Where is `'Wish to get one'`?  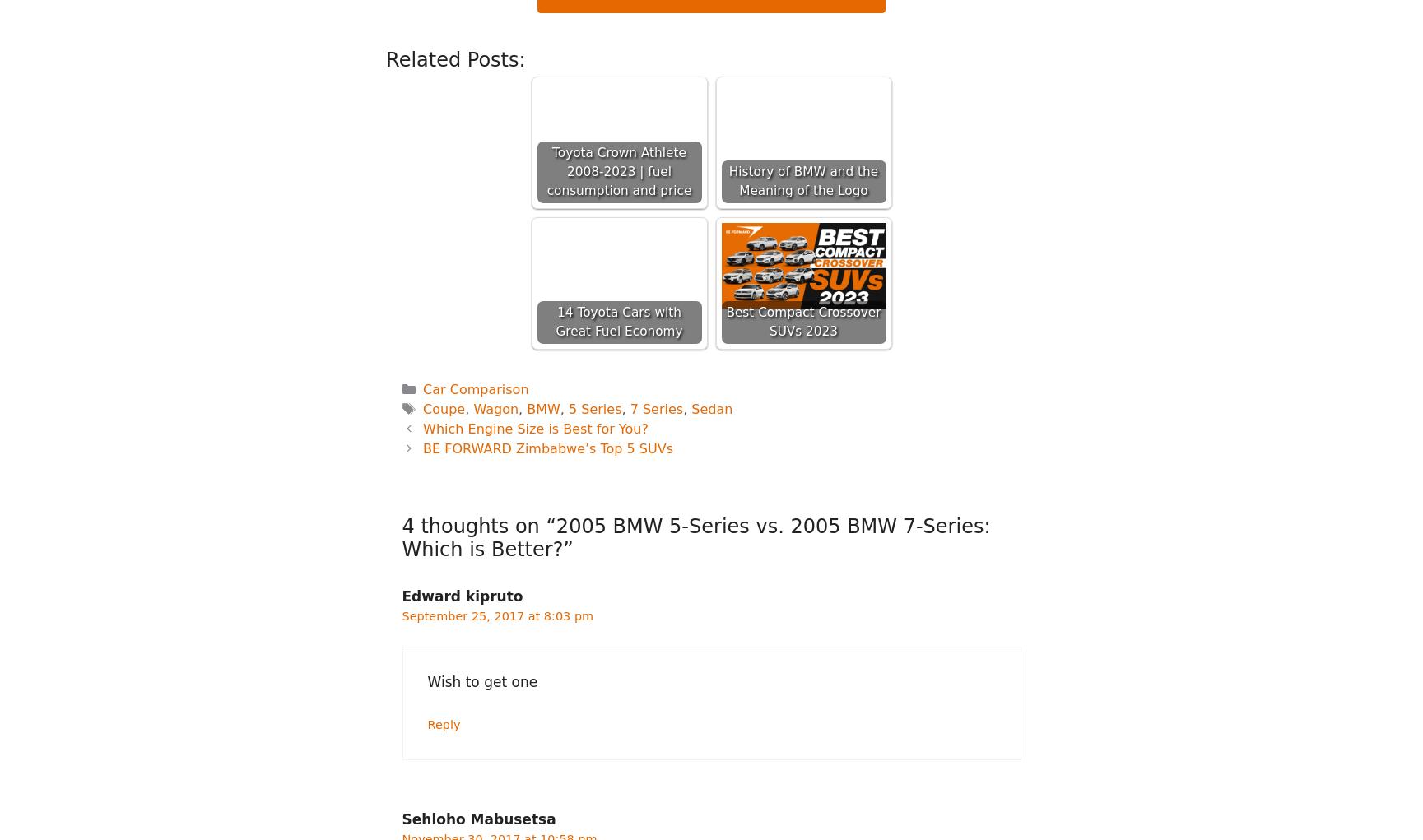
'Wish to get one' is located at coordinates (481, 681).